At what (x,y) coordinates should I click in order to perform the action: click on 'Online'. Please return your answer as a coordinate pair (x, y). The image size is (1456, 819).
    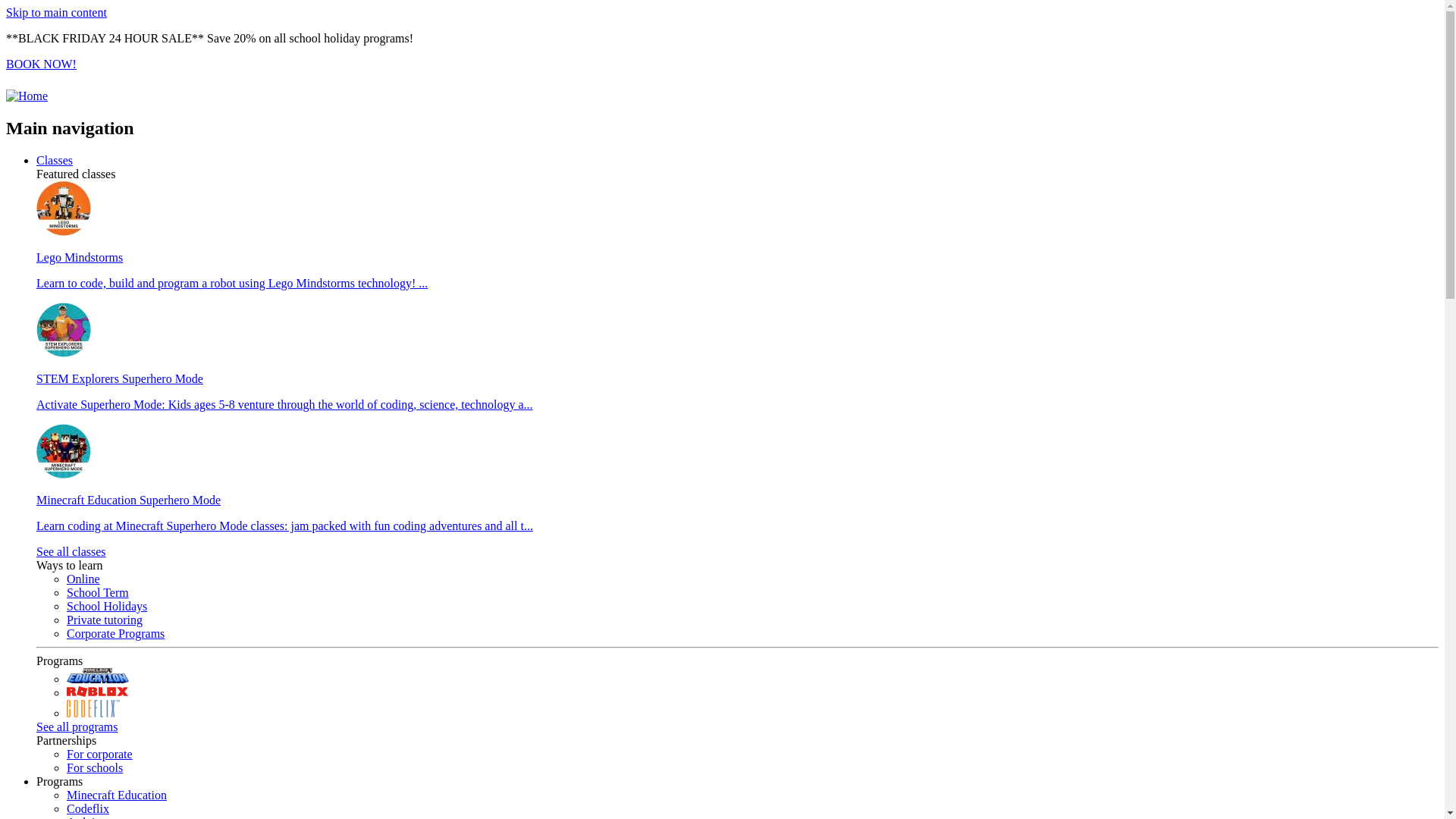
    Looking at the image, I should click on (83, 579).